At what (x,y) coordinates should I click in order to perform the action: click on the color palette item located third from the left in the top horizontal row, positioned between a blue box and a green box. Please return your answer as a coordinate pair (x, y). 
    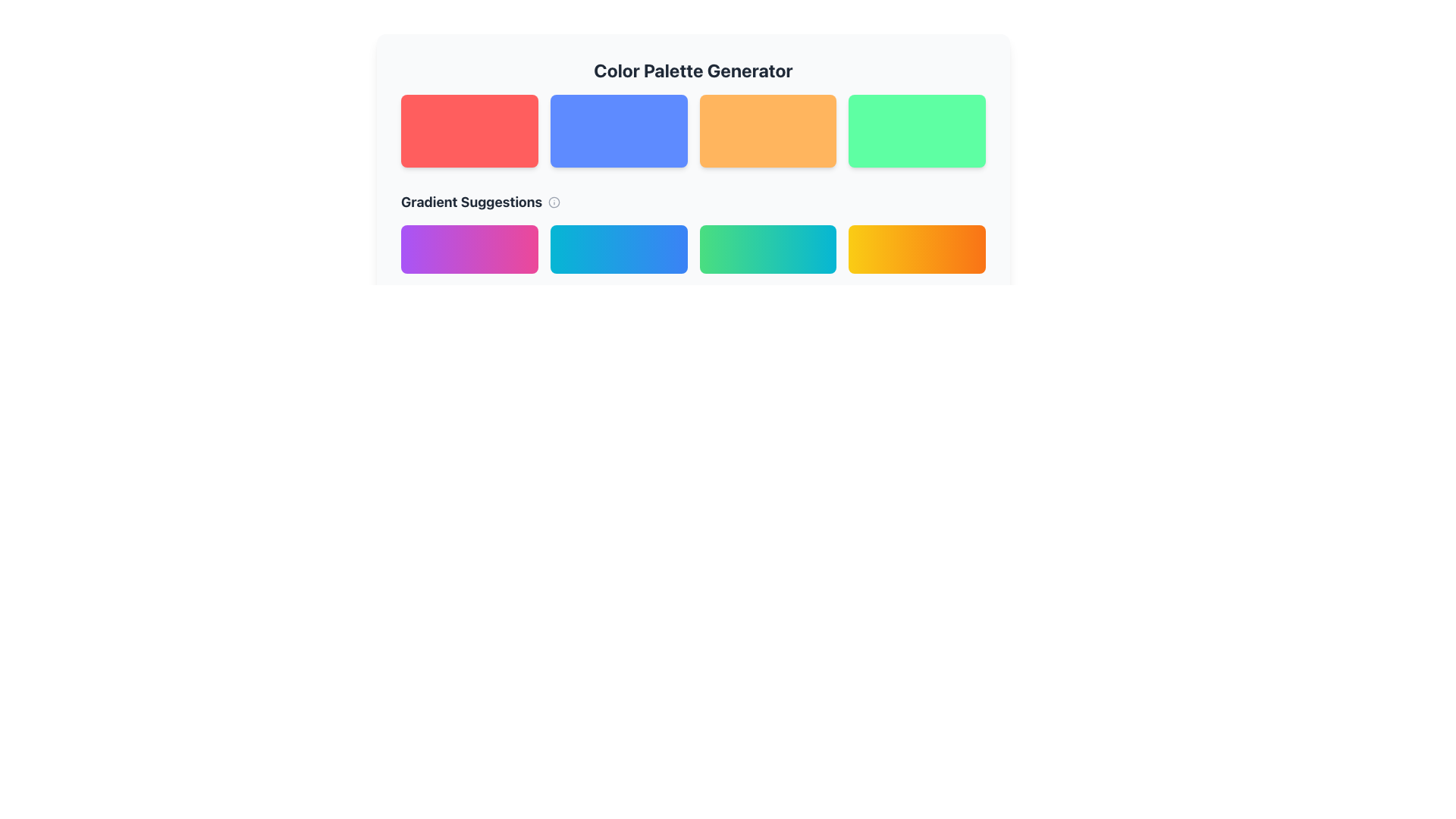
    Looking at the image, I should click on (767, 130).